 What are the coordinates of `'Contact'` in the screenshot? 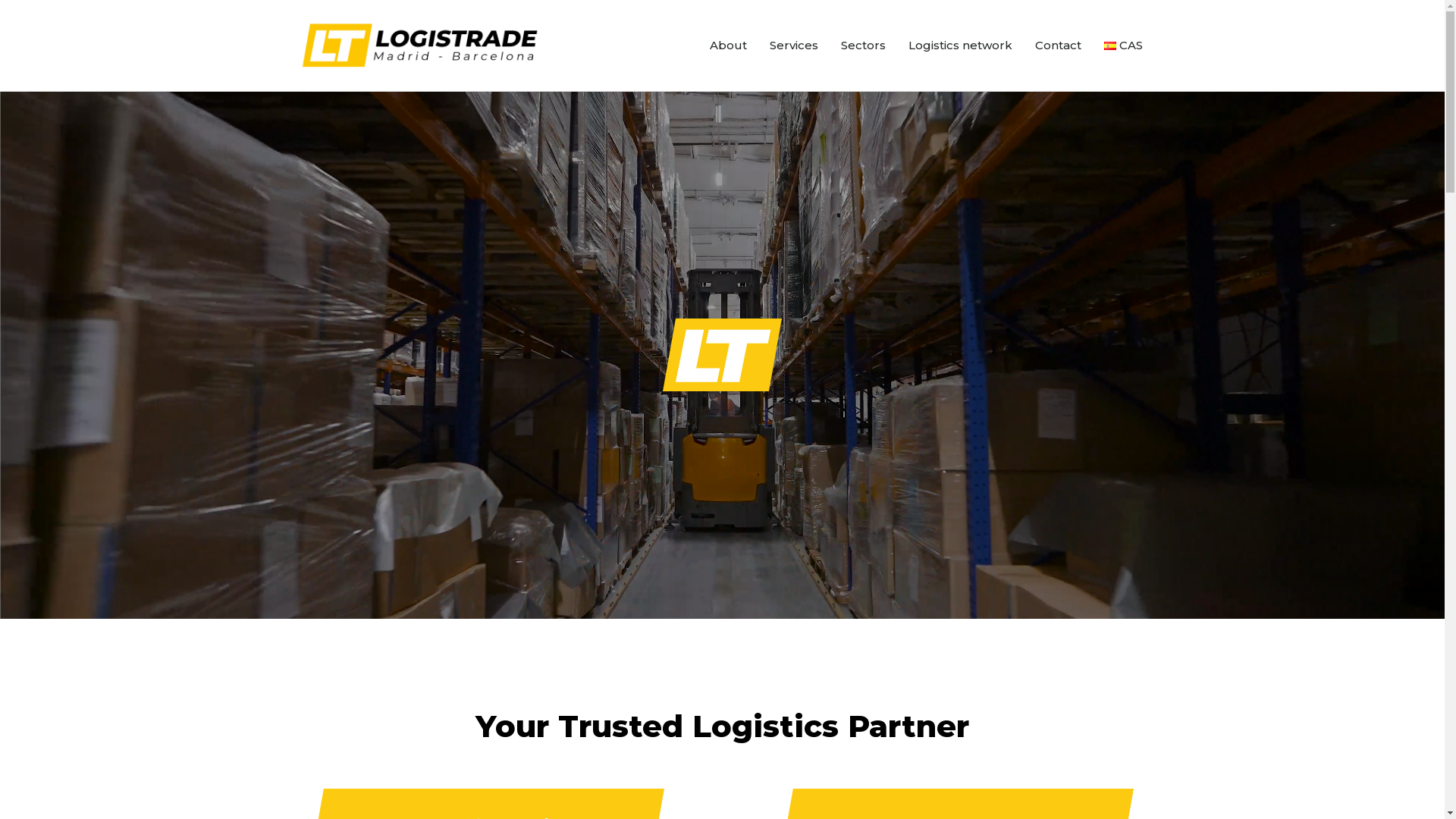 It's located at (1023, 45).